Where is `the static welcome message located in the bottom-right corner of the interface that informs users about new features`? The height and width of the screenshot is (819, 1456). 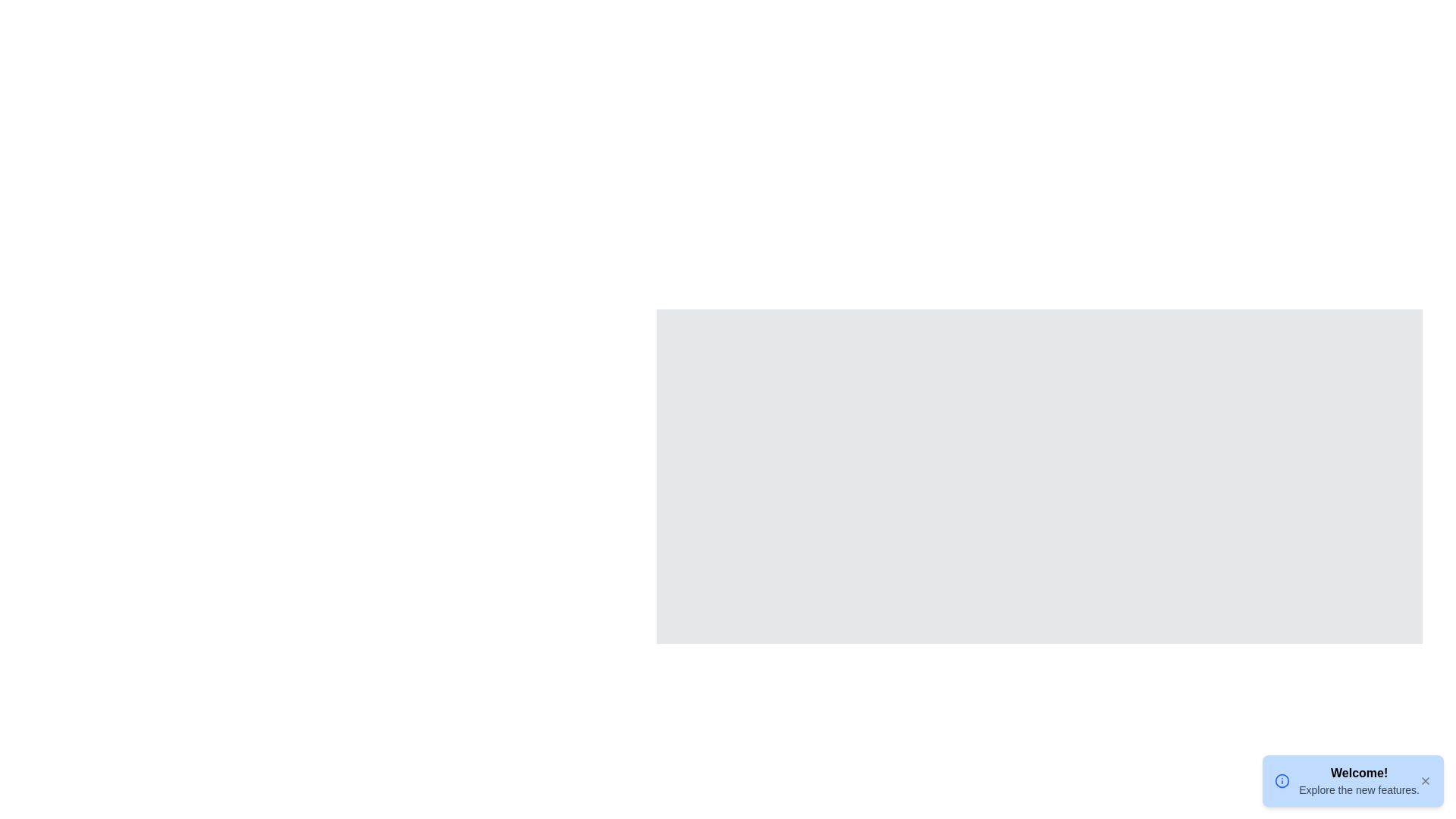
the static welcome message located in the bottom-right corner of the interface that informs users about new features is located at coordinates (1359, 780).